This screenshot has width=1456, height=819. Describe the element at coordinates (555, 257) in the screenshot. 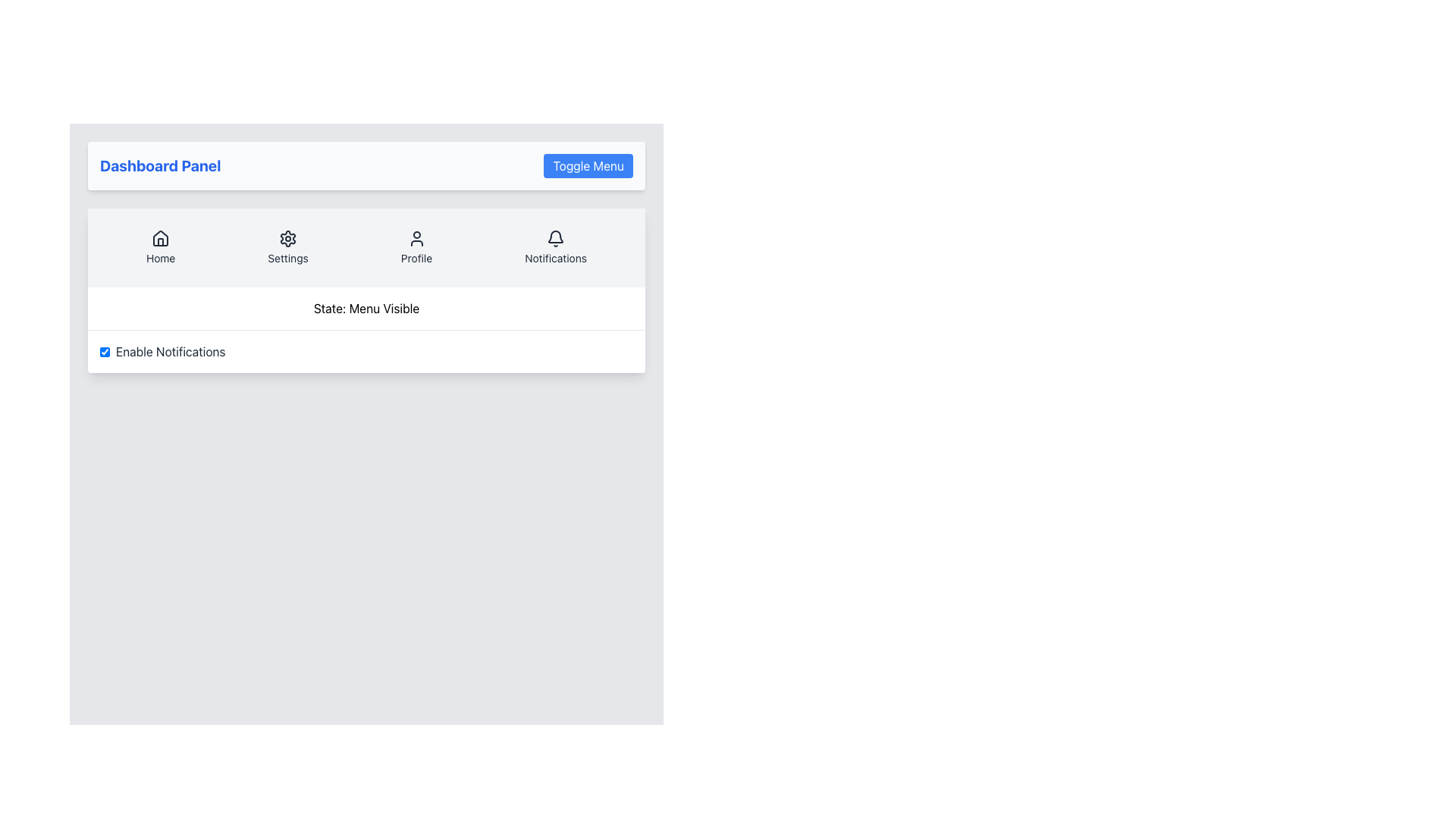

I see `the 'Notifications' text label located below the bell icon in the top-center menu bar of the interface` at that location.